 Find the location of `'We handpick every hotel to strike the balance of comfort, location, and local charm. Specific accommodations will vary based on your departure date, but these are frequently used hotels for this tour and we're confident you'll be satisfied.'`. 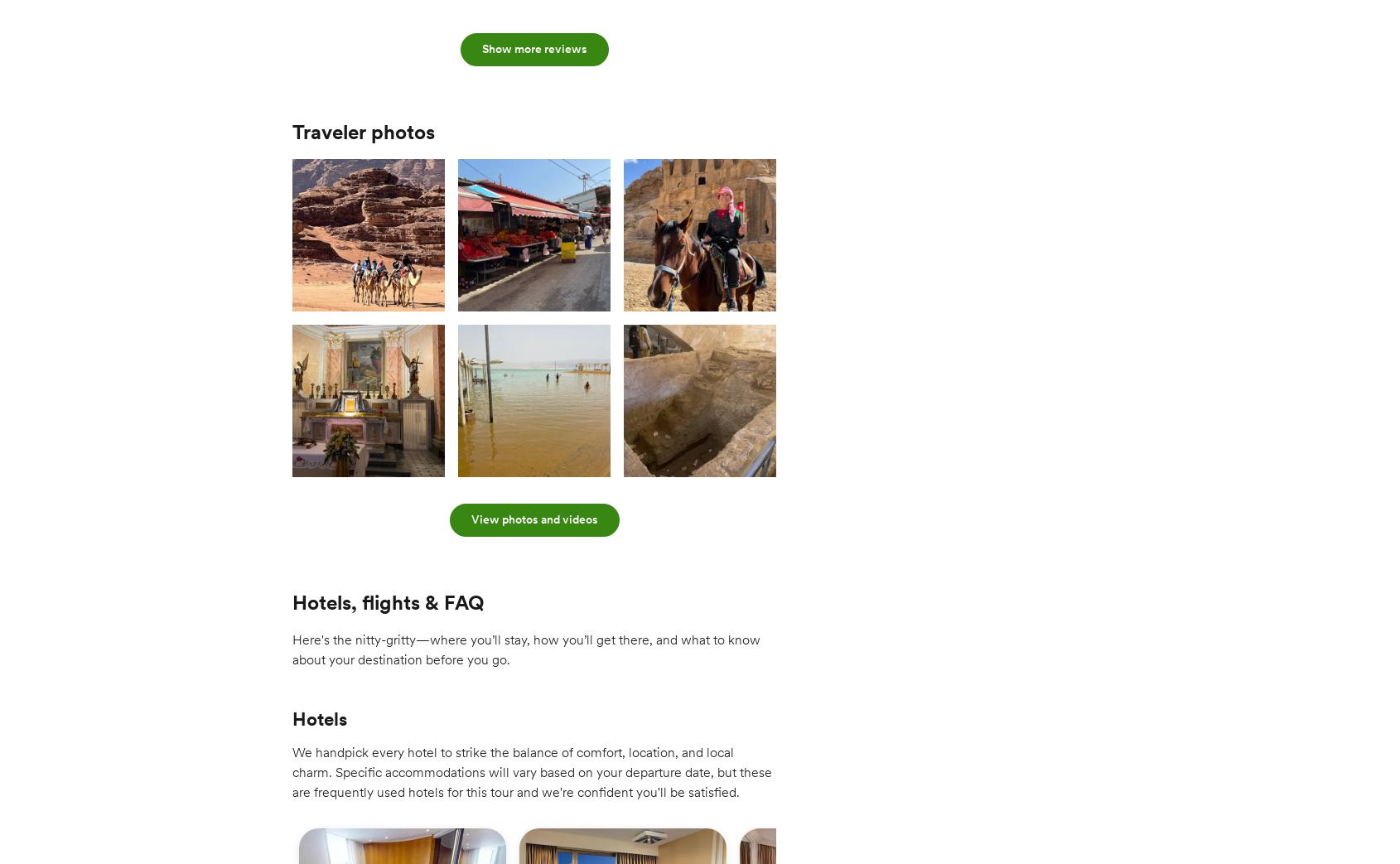

'We handpick every hotel to strike the balance of comfort, location, and local charm. Specific accommodations will vary based on your departure date, but these are frequently used hotels for this tour and we're confident you'll be satisfied.' is located at coordinates (532, 781).